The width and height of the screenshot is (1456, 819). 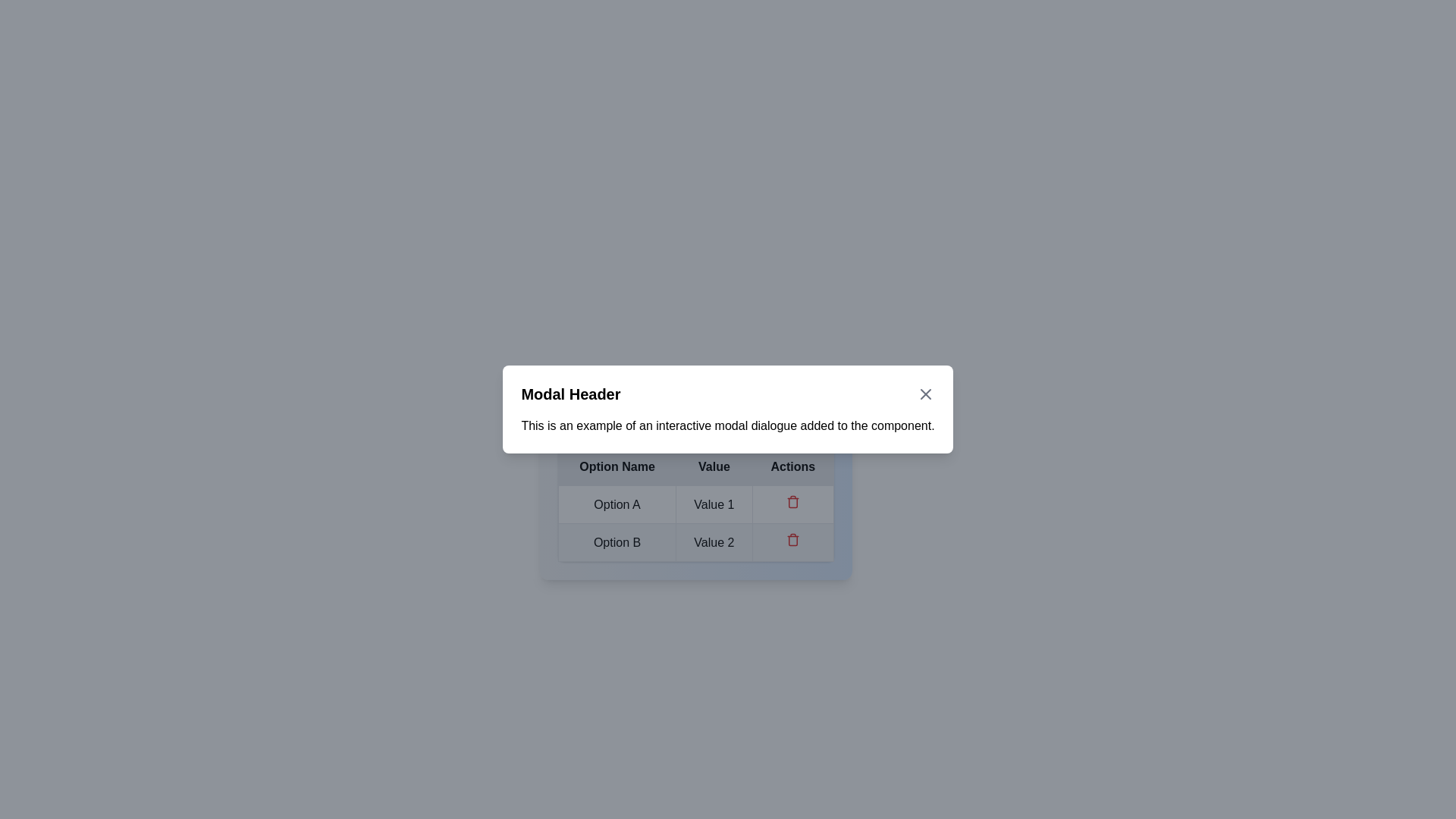 I want to click on the table row containing 'Option B' and 'Value 2' for interaction, located in the second row of the modal dialog, so click(x=695, y=541).